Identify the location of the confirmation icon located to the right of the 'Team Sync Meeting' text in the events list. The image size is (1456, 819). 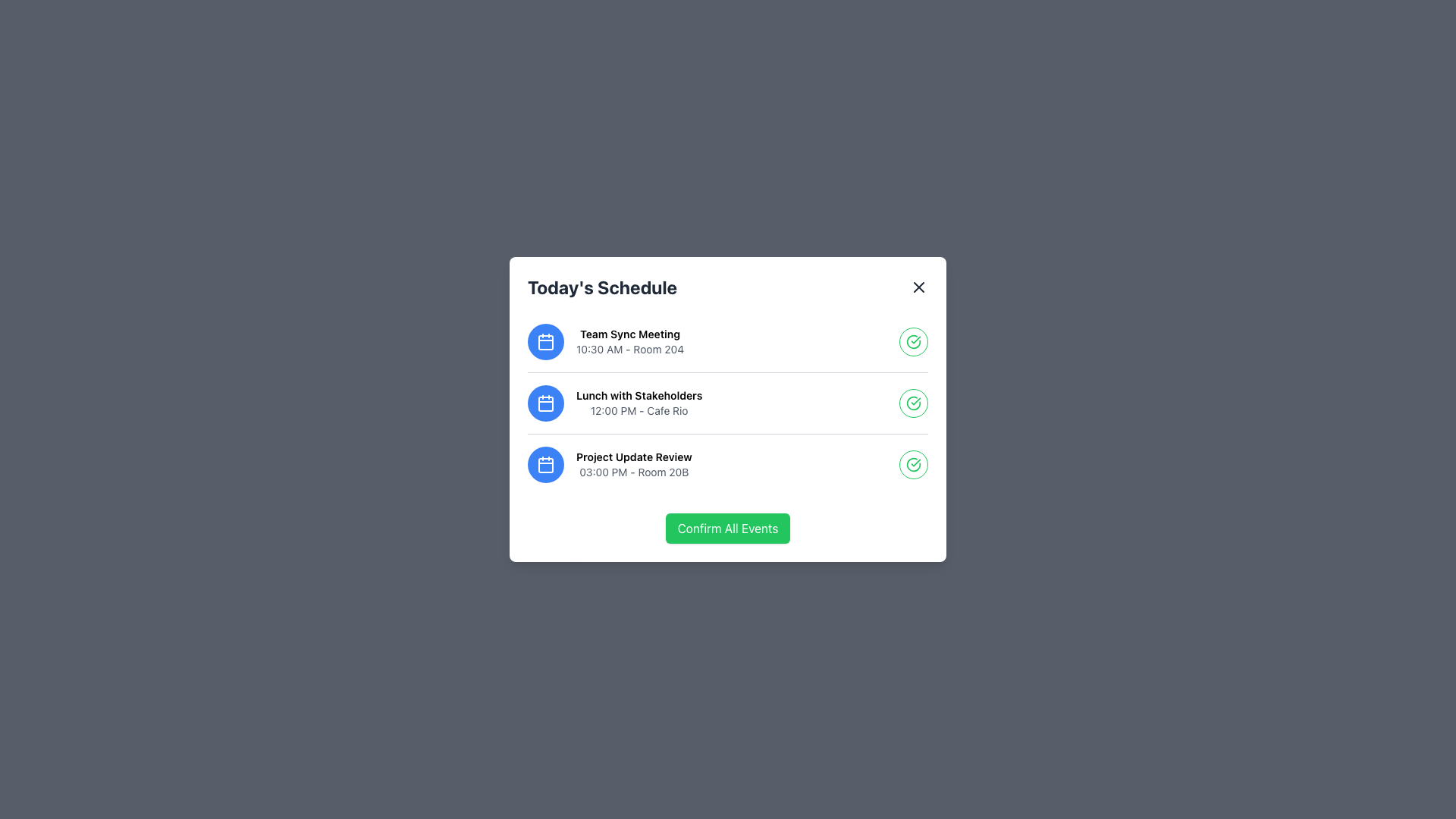
(912, 342).